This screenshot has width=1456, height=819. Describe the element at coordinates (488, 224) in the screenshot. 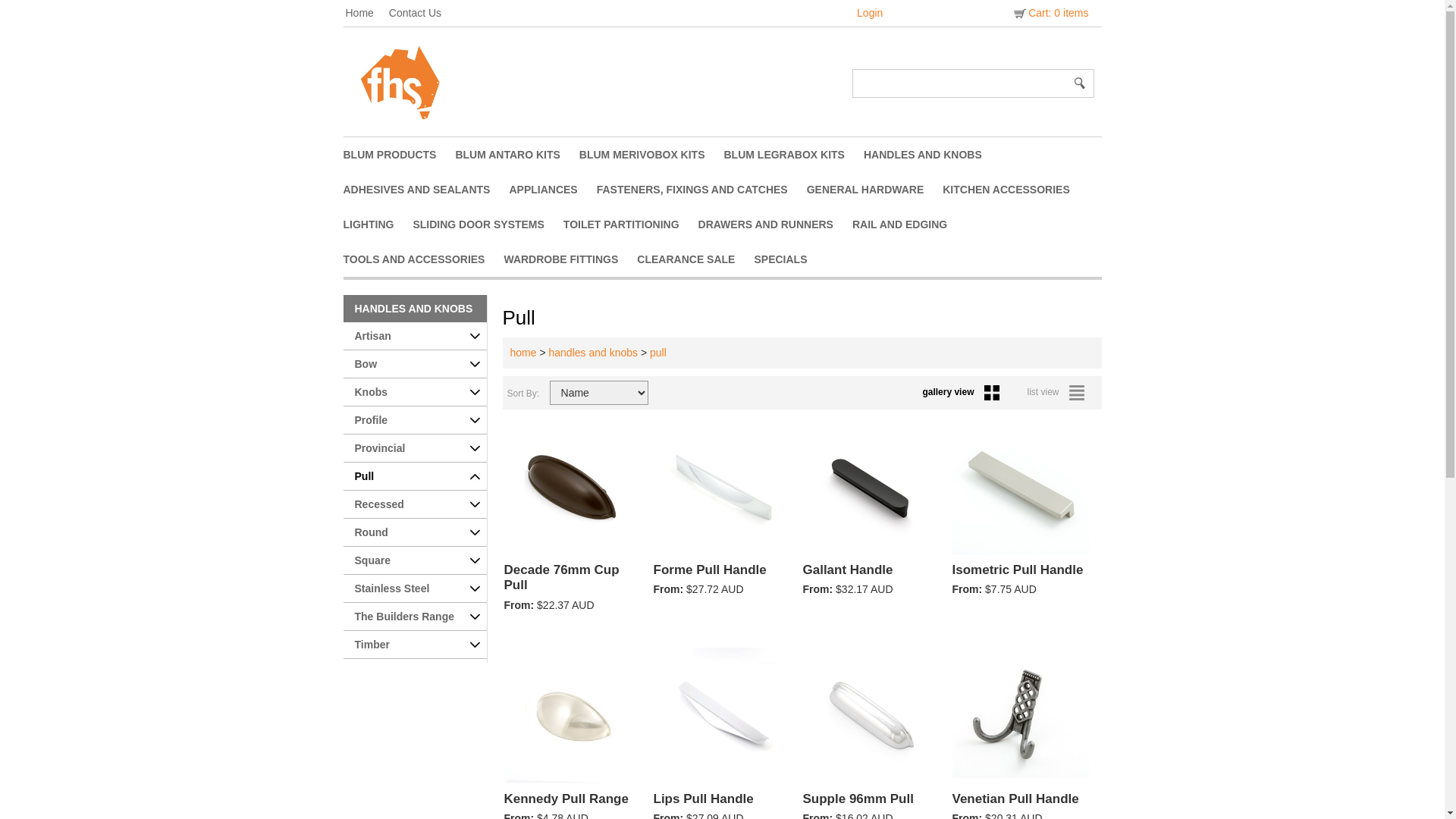

I see `'SLIDING DOOR SYSTEMS'` at that location.